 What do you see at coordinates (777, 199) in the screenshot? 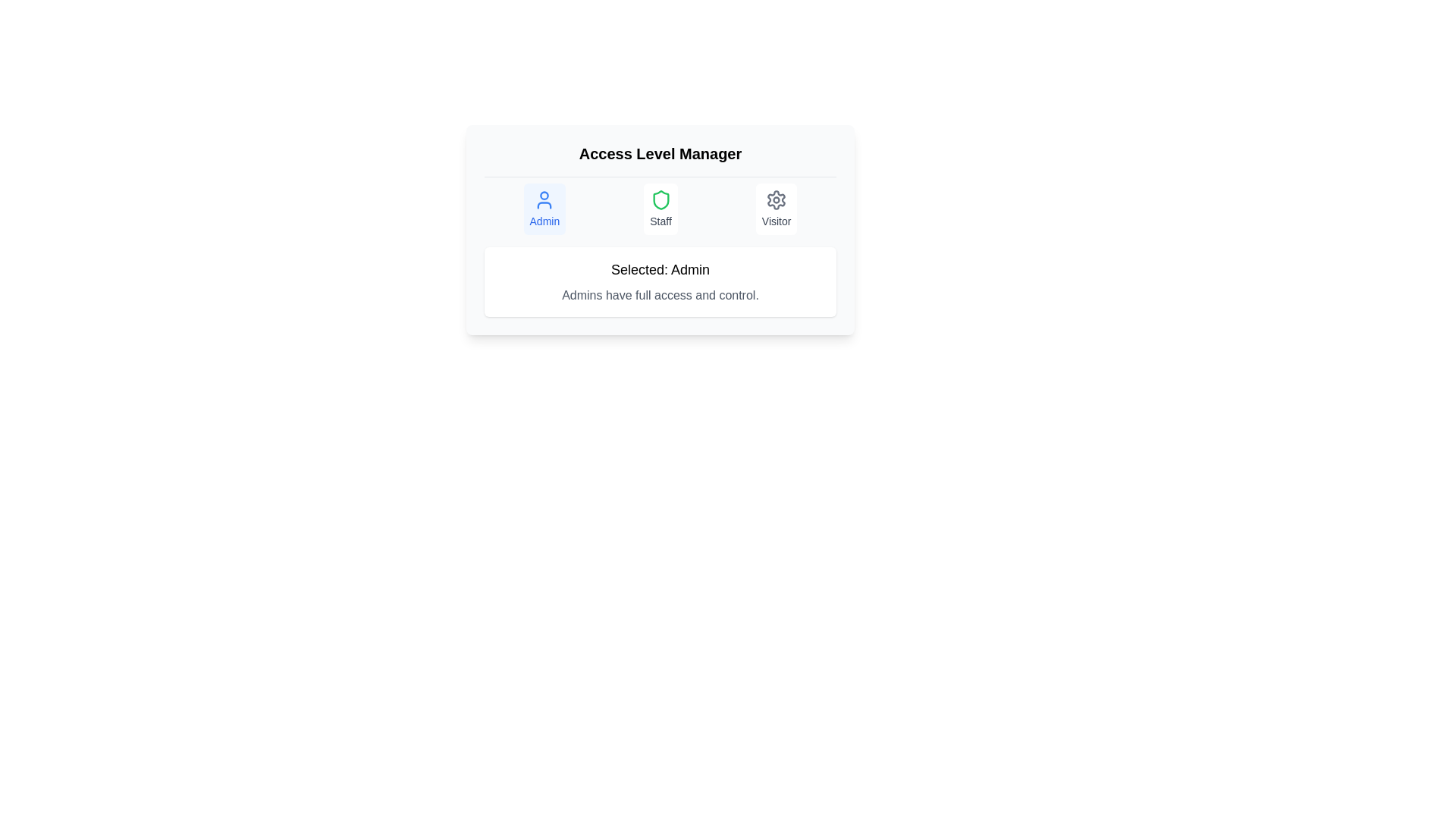
I see `the cogwheel-shaped icon in the bottom-right corner of the 'Visitor' card, which is styled with a gray stroke color and commonly associated with settings` at bounding box center [777, 199].